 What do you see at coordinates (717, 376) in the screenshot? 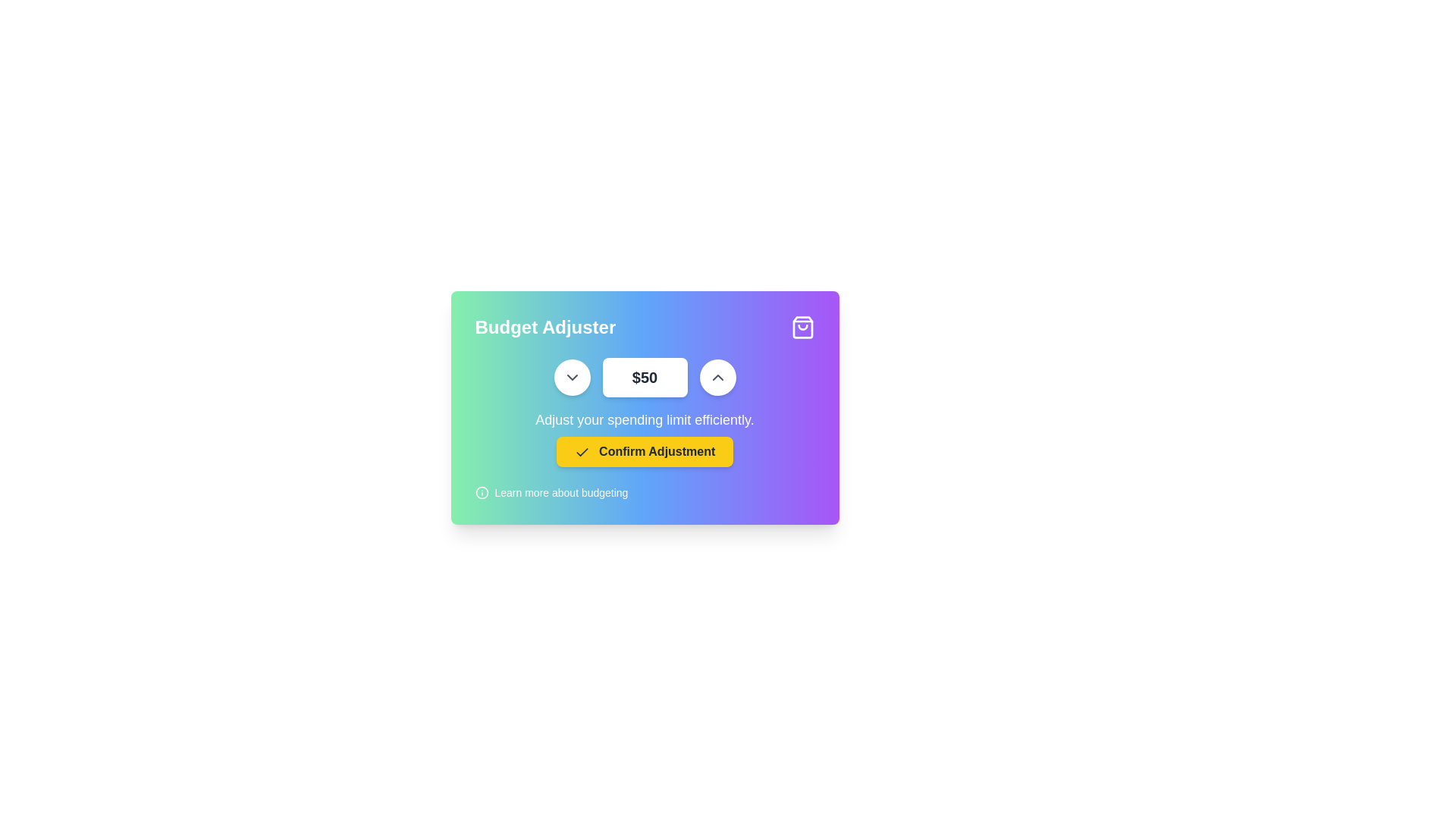
I see `the button located at the rightmost position among its sibling elements` at bounding box center [717, 376].